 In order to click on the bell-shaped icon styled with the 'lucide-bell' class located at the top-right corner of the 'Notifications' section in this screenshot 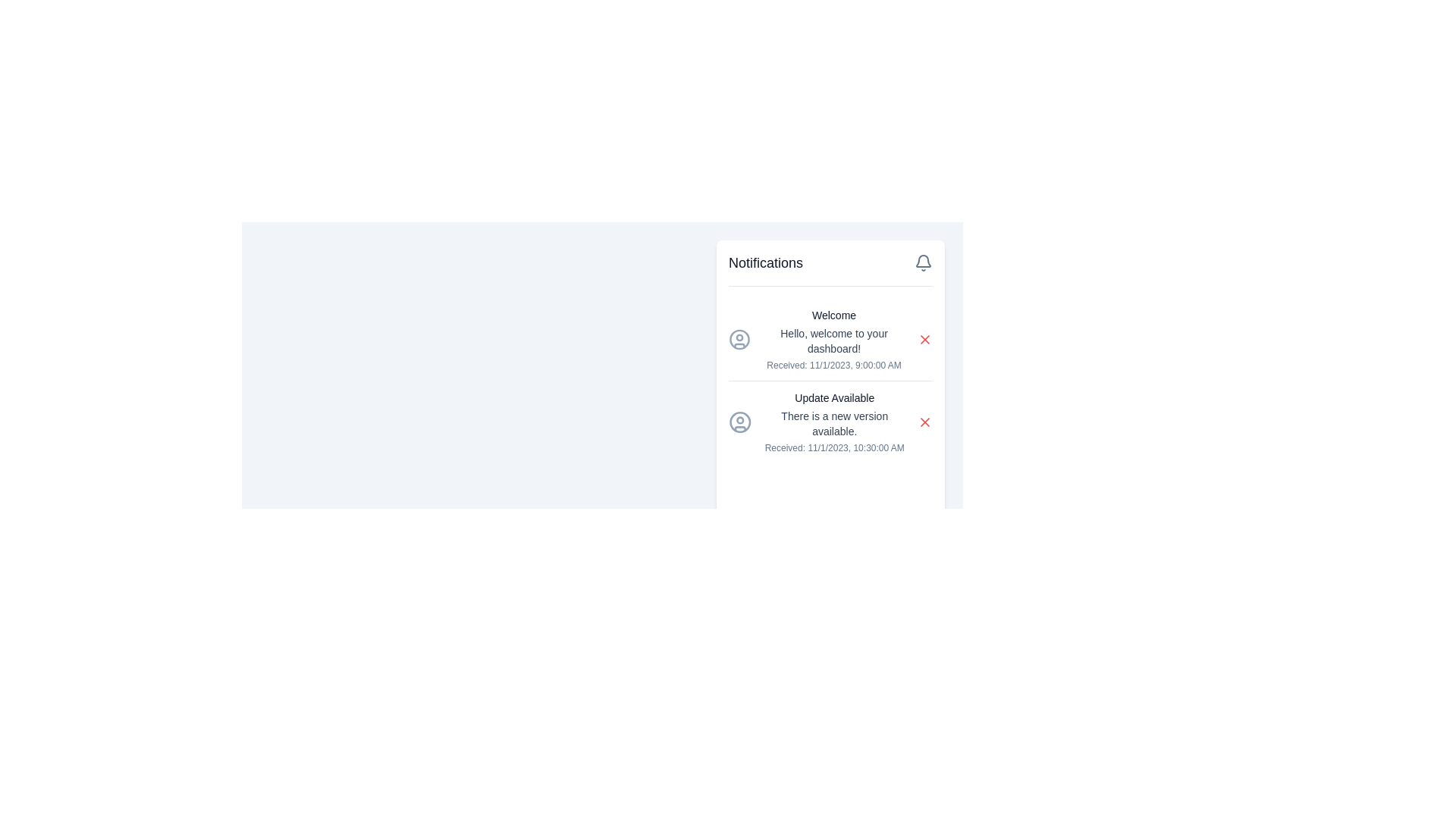, I will do `click(923, 262)`.